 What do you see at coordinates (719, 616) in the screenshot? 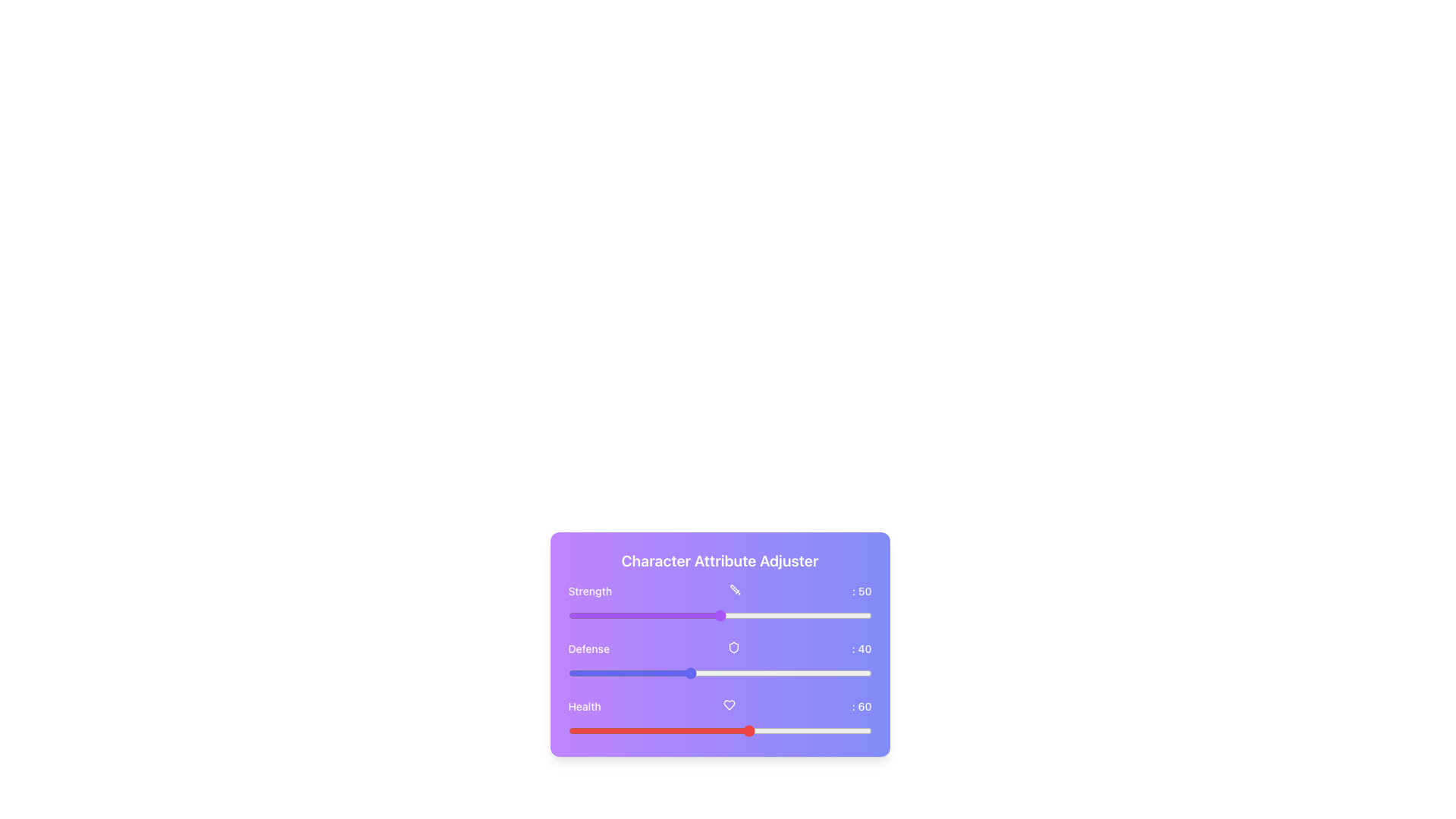
I see `the Strength attribute` at bounding box center [719, 616].